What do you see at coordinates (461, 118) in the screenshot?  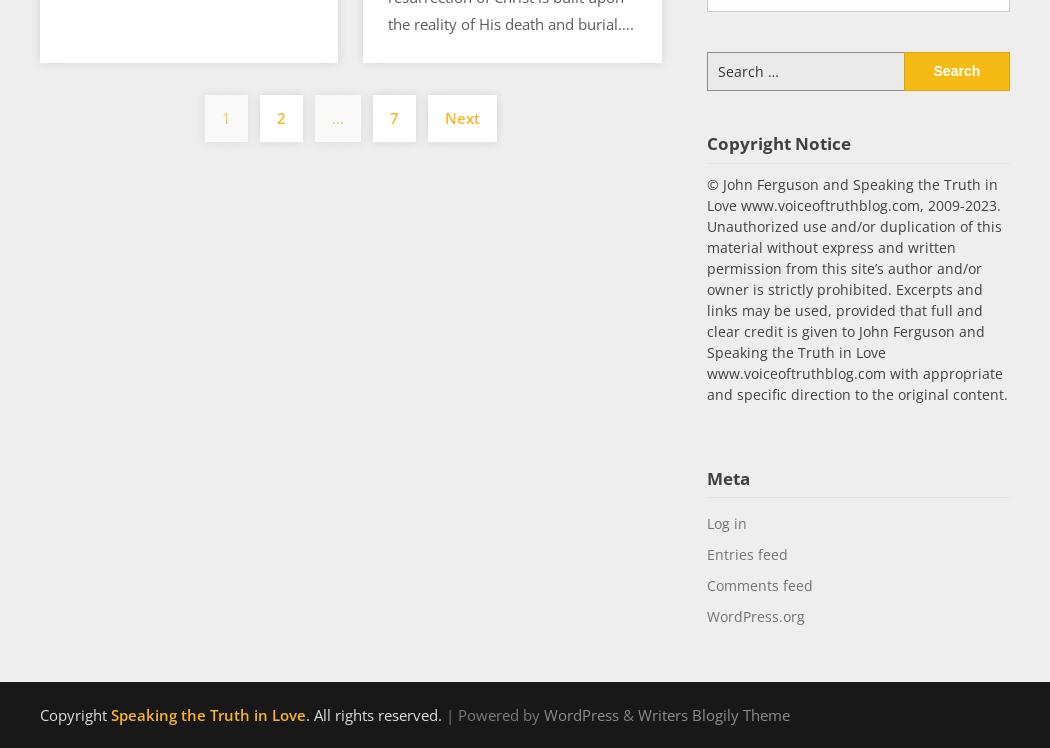 I see `'Next'` at bounding box center [461, 118].